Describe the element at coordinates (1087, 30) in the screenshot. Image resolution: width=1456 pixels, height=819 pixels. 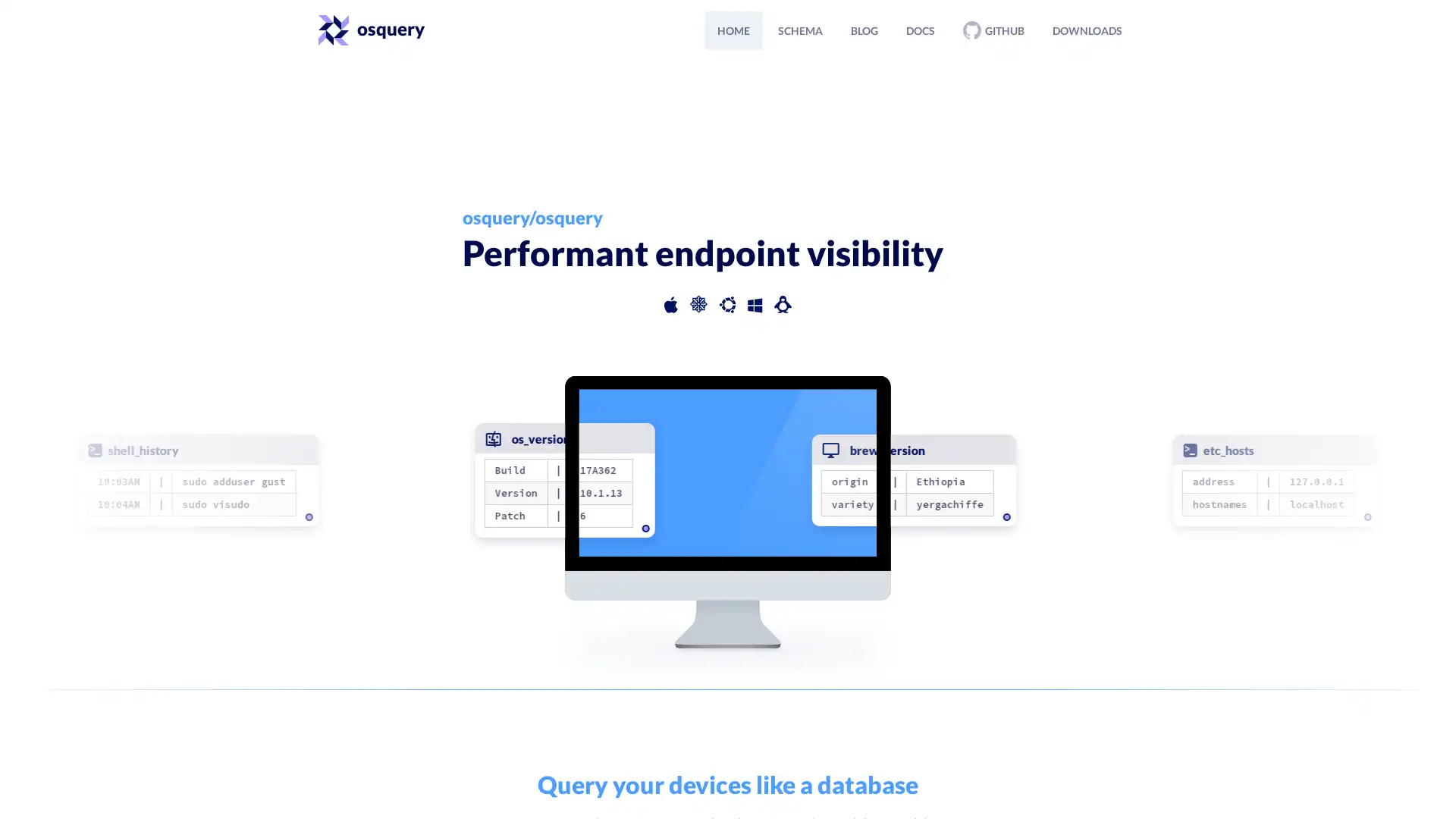
I see `DOWNLOADS` at that location.